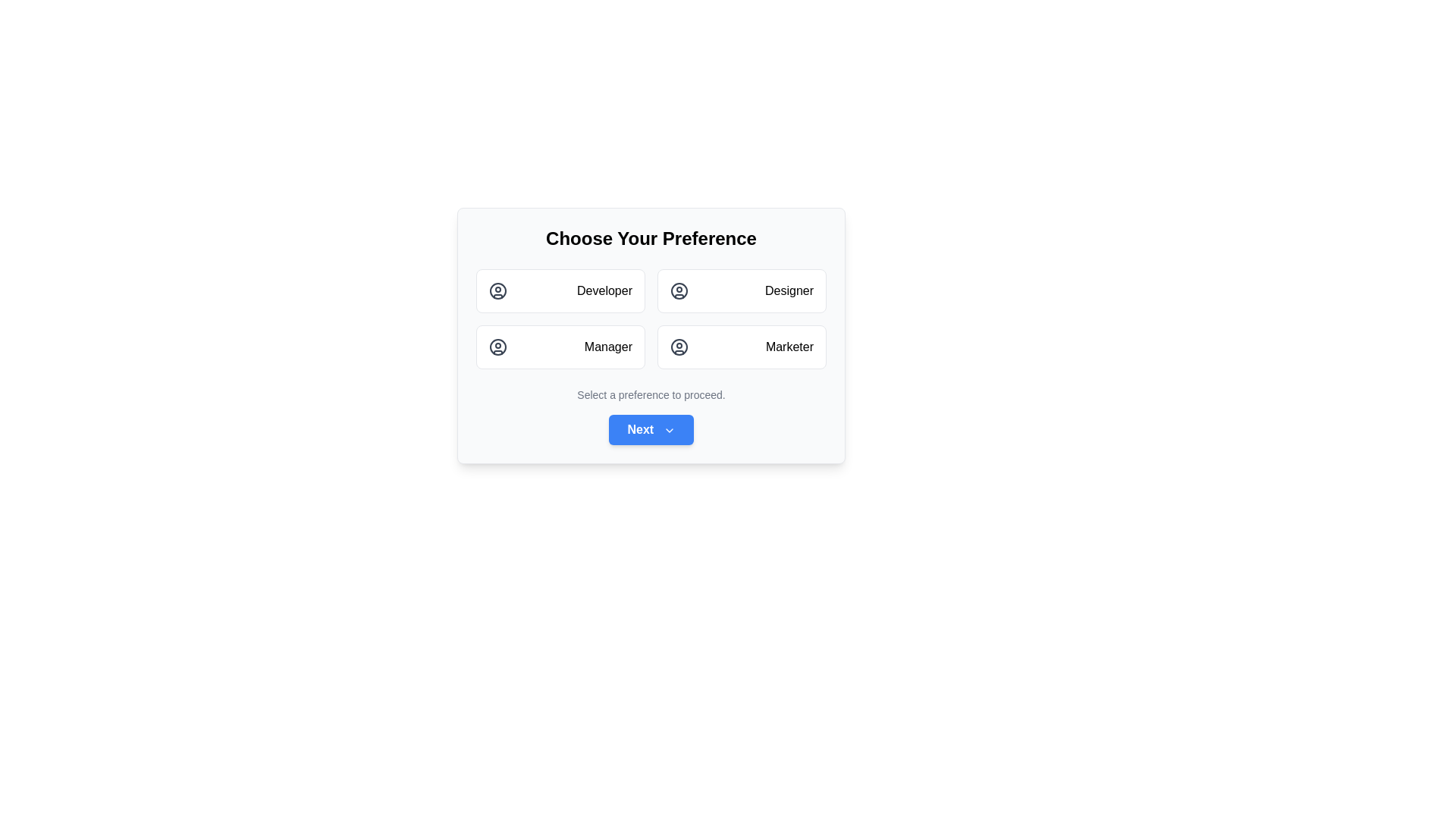 This screenshot has height=819, width=1456. Describe the element at coordinates (789, 291) in the screenshot. I see `the label/text indicating the name for the clickable selection option located on the right side within a rectangular card in the options grid below the heading 'Choose Your Preference'` at that location.